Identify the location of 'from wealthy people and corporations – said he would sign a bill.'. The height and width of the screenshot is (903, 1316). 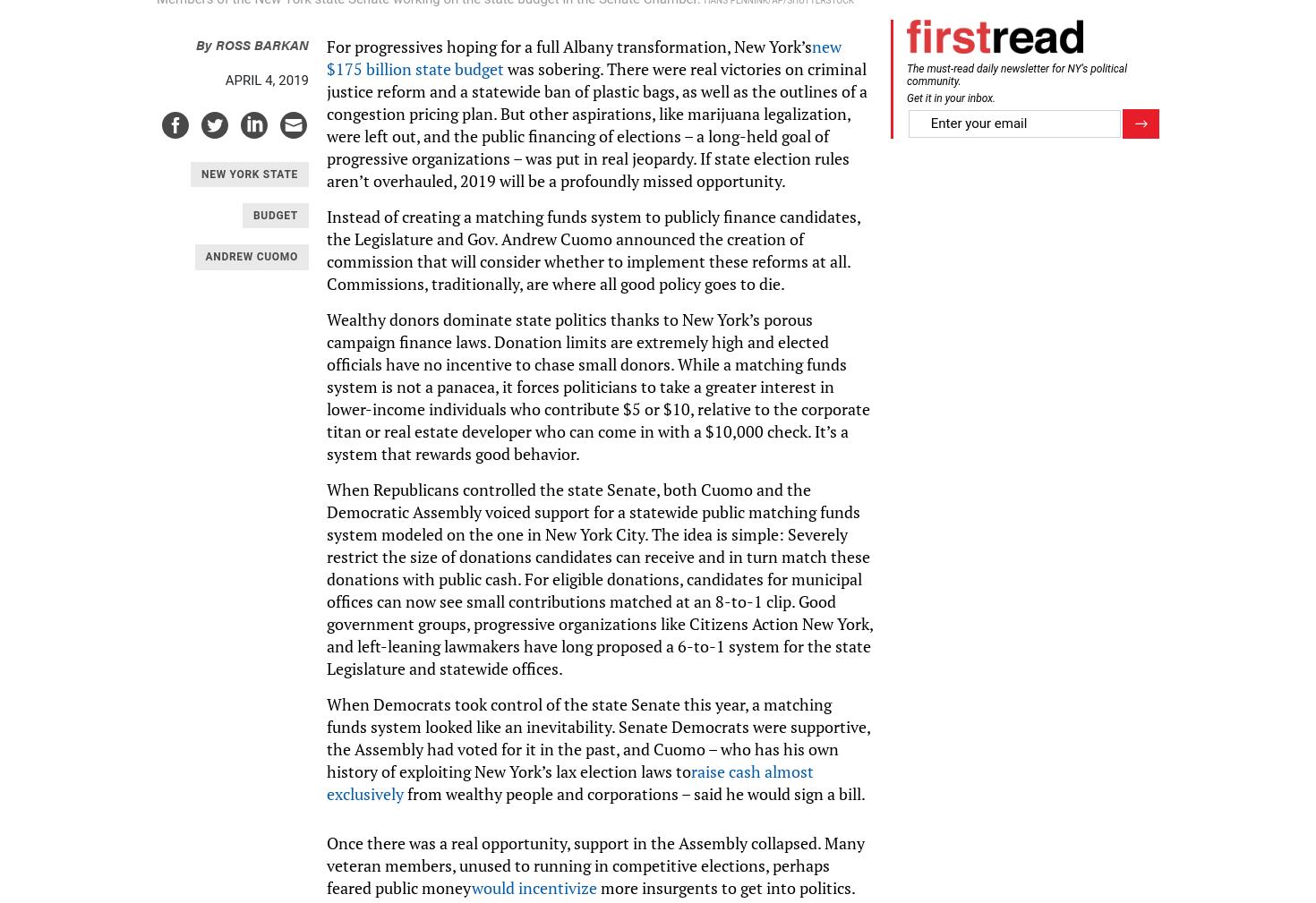
(634, 793).